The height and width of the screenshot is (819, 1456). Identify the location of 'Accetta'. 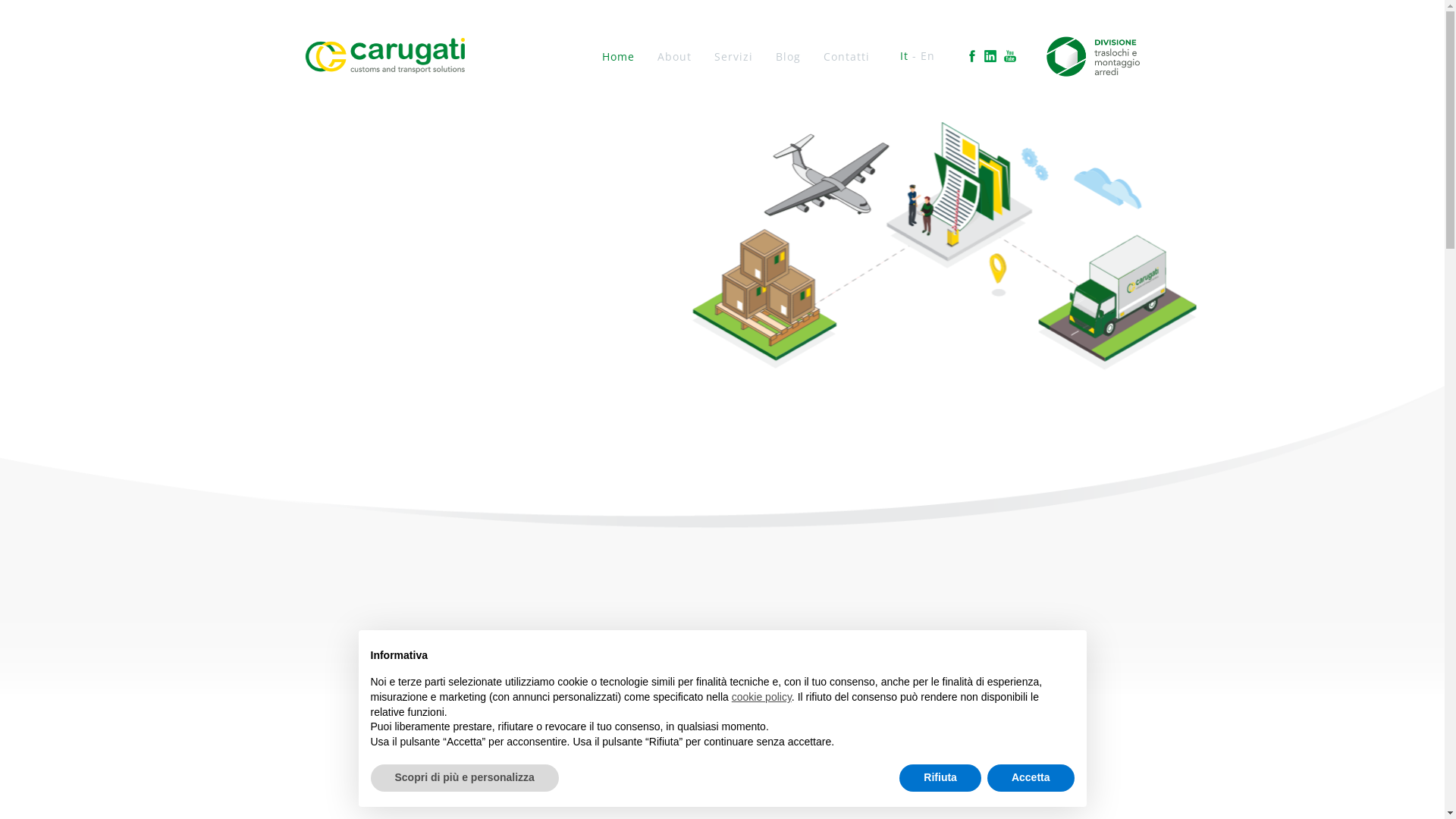
(1031, 778).